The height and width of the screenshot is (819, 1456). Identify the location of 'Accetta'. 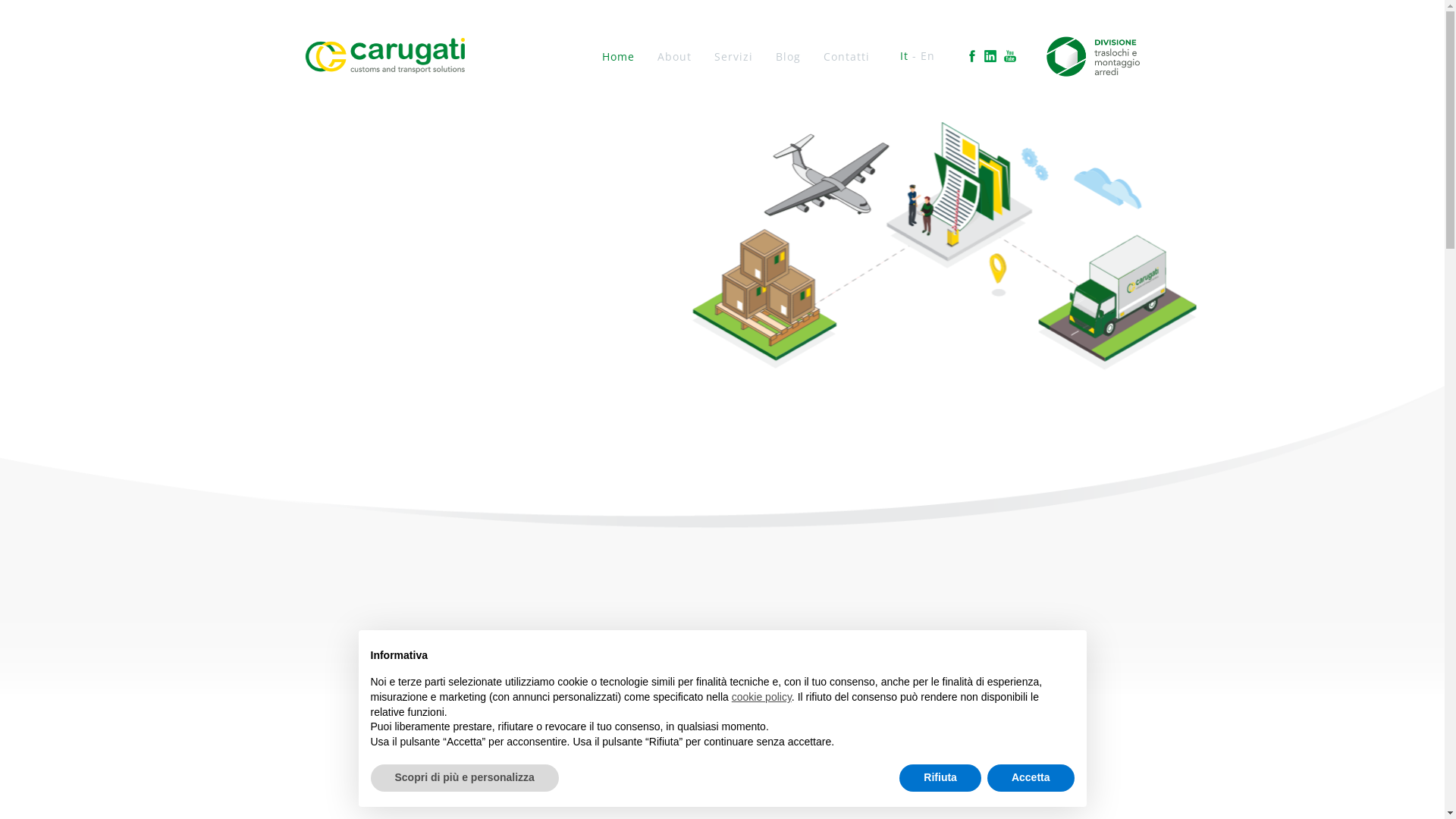
(1031, 778).